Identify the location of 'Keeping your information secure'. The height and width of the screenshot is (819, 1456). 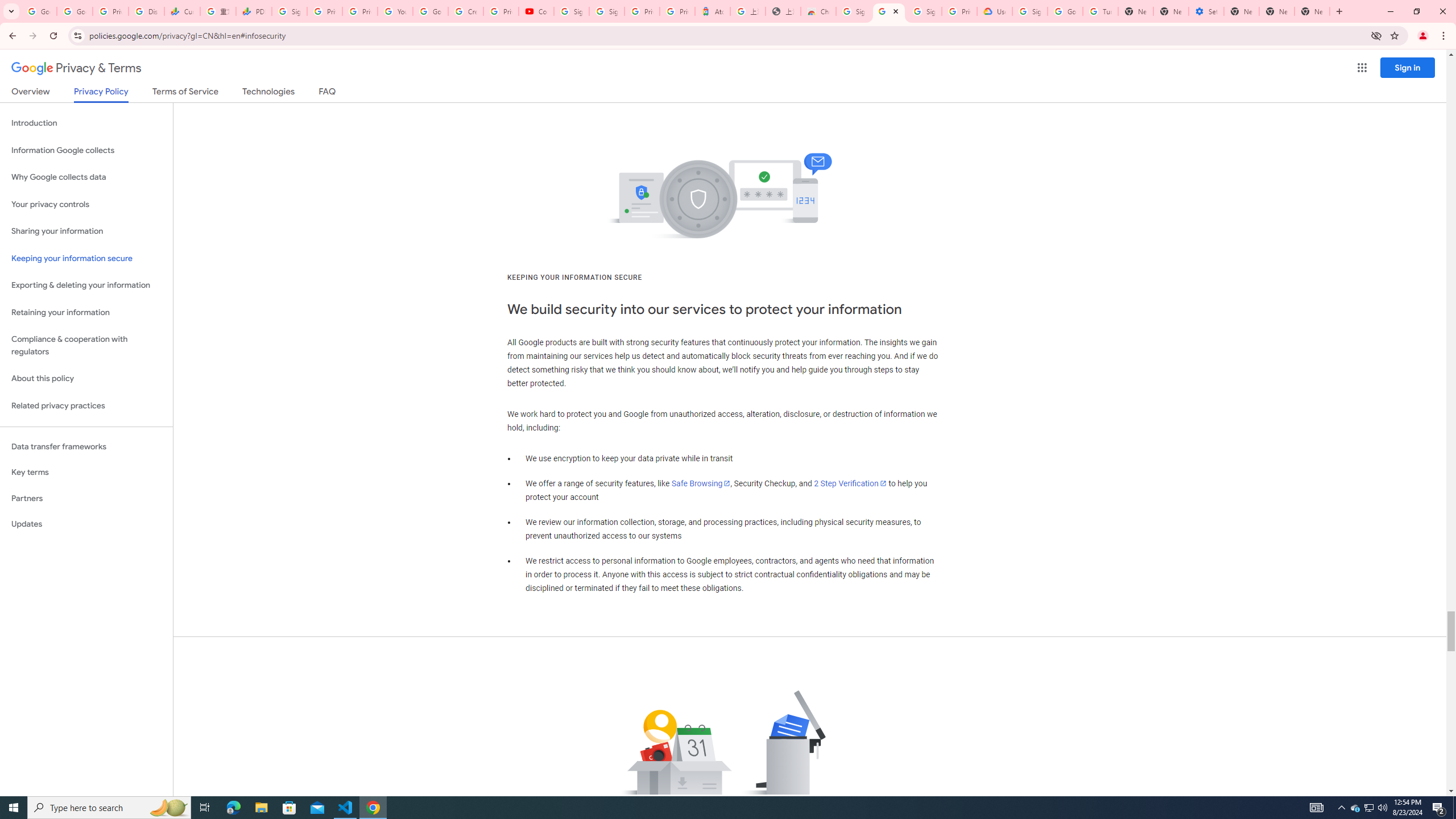
(86, 259).